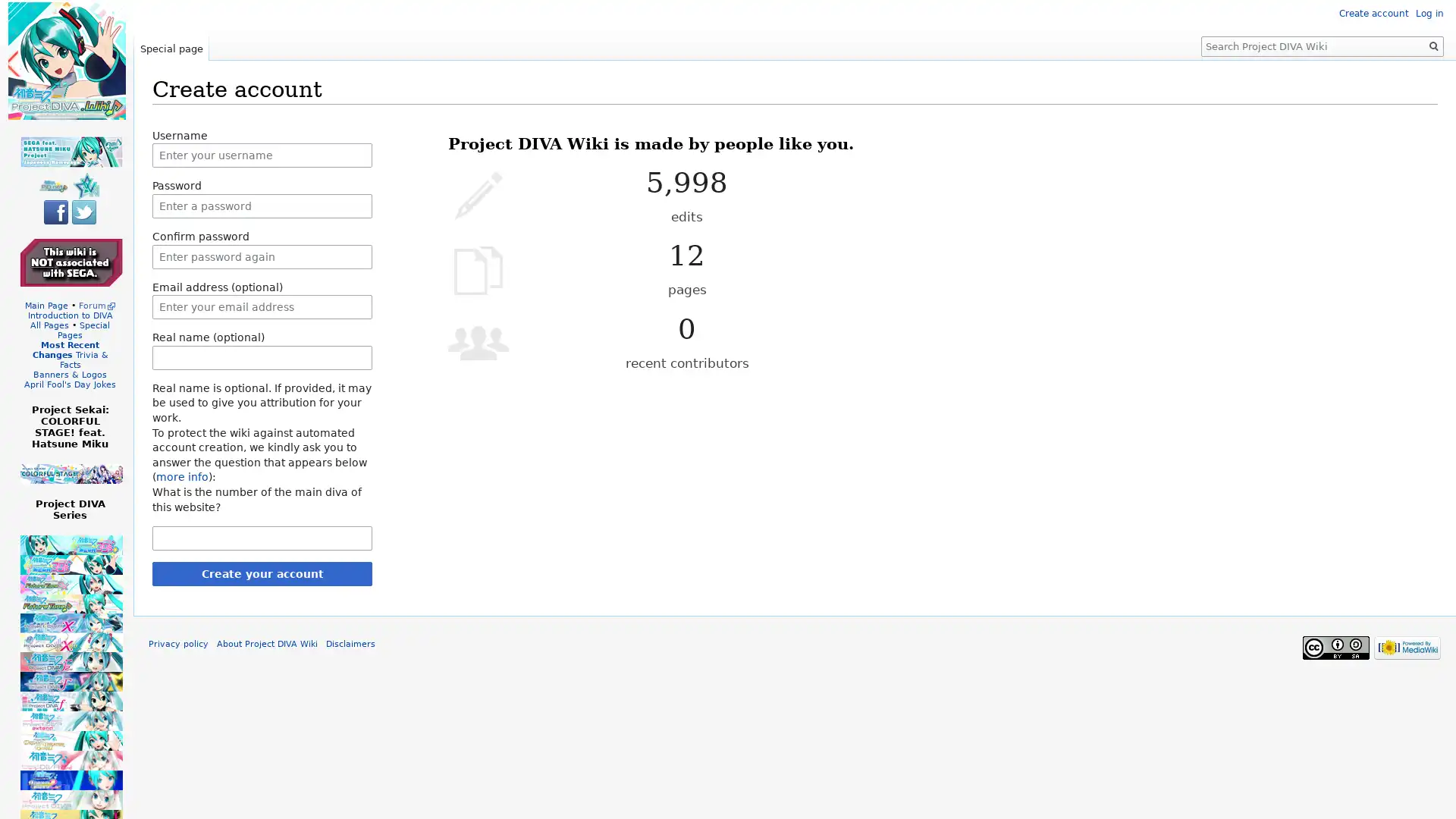 The width and height of the screenshot is (1456, 819). Describe the element at coordinates (1433, 45) in the screenshot. I see `Go` at that location.